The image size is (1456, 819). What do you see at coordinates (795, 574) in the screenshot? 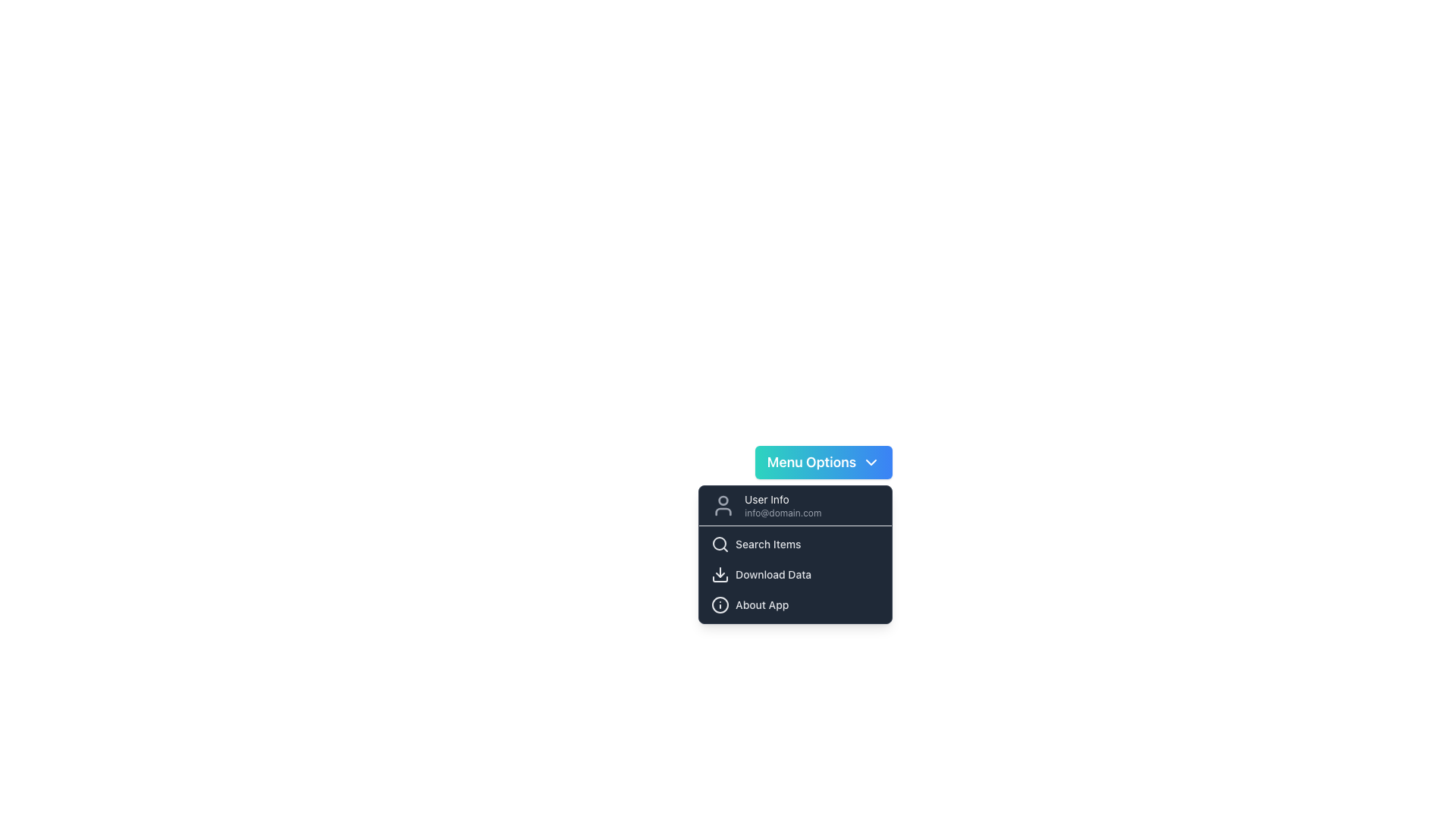
I see `one of the options in the dropdown menu beneath the 'Menu Options' button, which includes 'Search Items', 'Download Data', and 'About App'` at bounding box center [795, 574].